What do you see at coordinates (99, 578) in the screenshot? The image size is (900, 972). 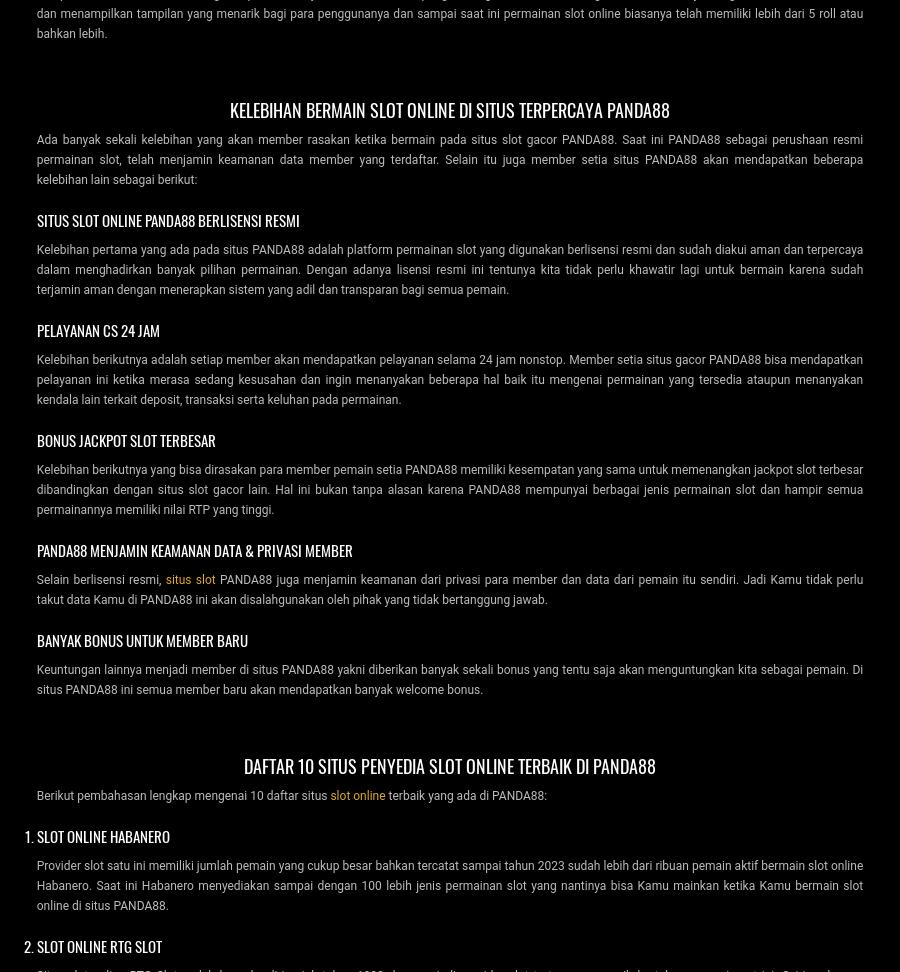 I see `'Selain berlisensi resmi,'` at bounding box center [99, 578].